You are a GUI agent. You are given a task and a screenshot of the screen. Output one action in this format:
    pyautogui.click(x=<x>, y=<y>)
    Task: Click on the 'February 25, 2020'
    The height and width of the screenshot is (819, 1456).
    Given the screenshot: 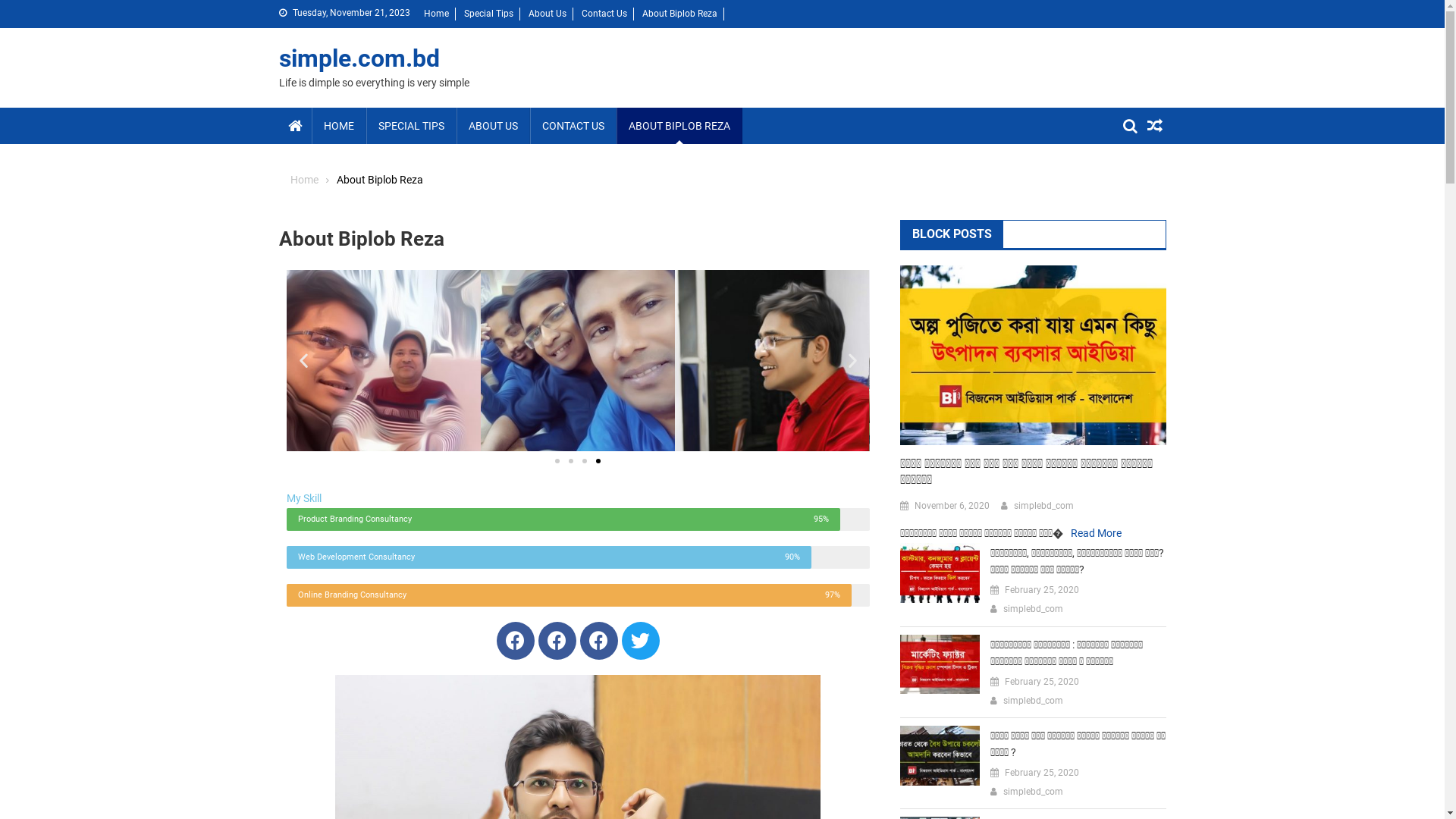 What is the action you would take?
    pyautogui.click(x=1004, y=590)
    